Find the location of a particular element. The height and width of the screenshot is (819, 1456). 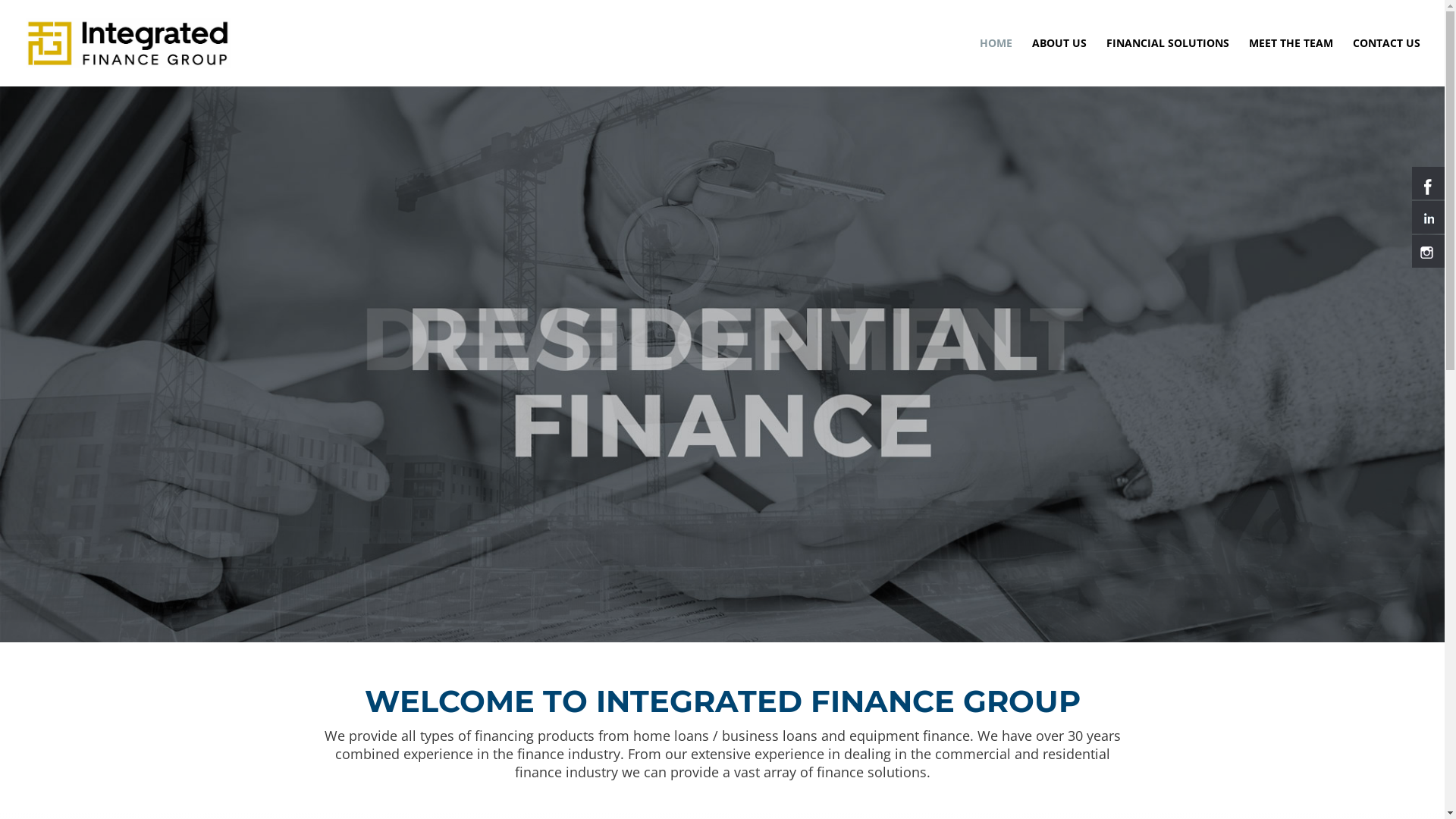

'ABOUT US' is located at coordinates (1058, 61).